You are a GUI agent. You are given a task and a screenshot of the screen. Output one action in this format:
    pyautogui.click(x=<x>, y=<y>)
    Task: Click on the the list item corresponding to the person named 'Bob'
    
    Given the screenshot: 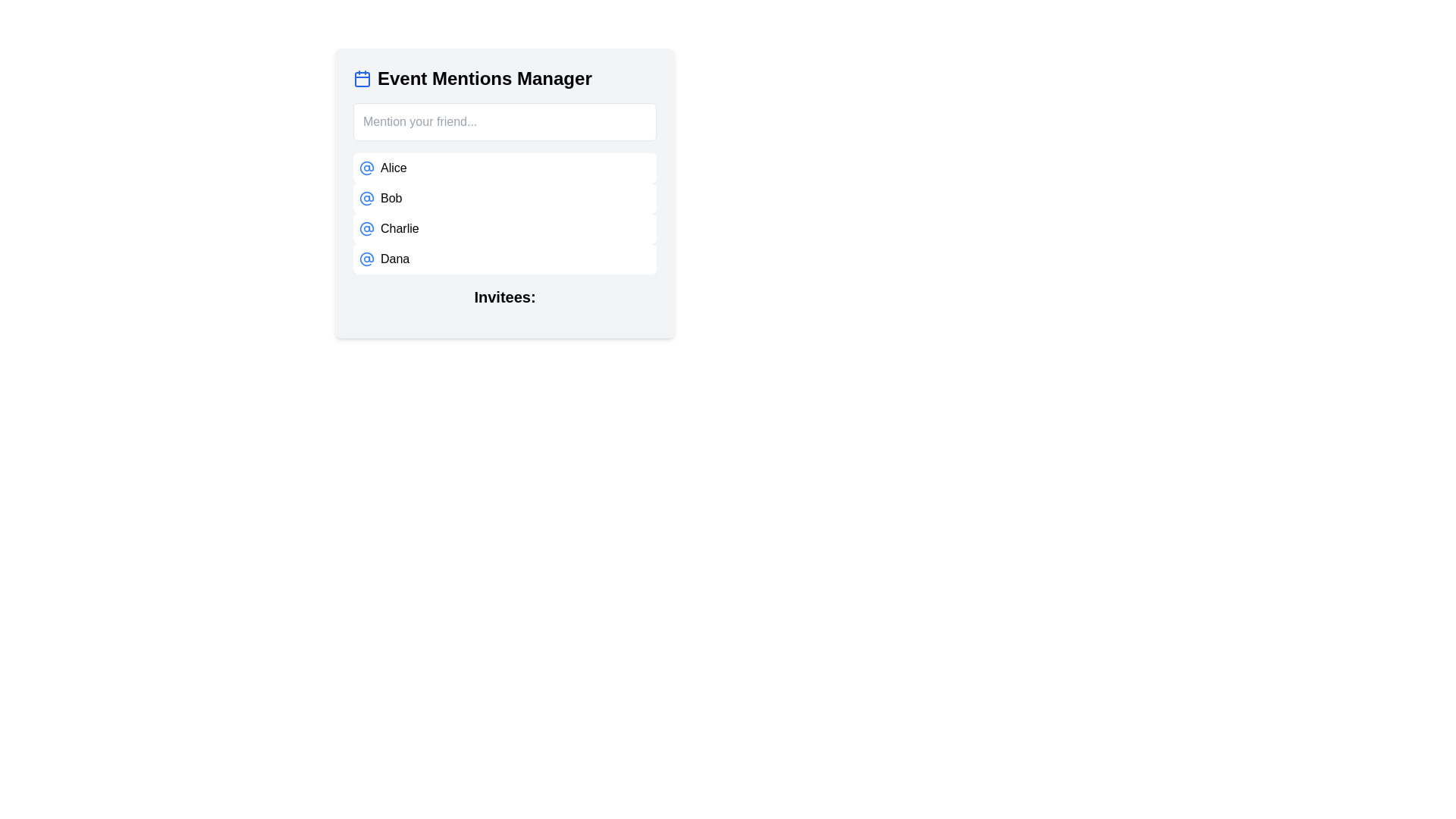 What is the action you would take?
    pyautogui.click(x=505, y=198)
    